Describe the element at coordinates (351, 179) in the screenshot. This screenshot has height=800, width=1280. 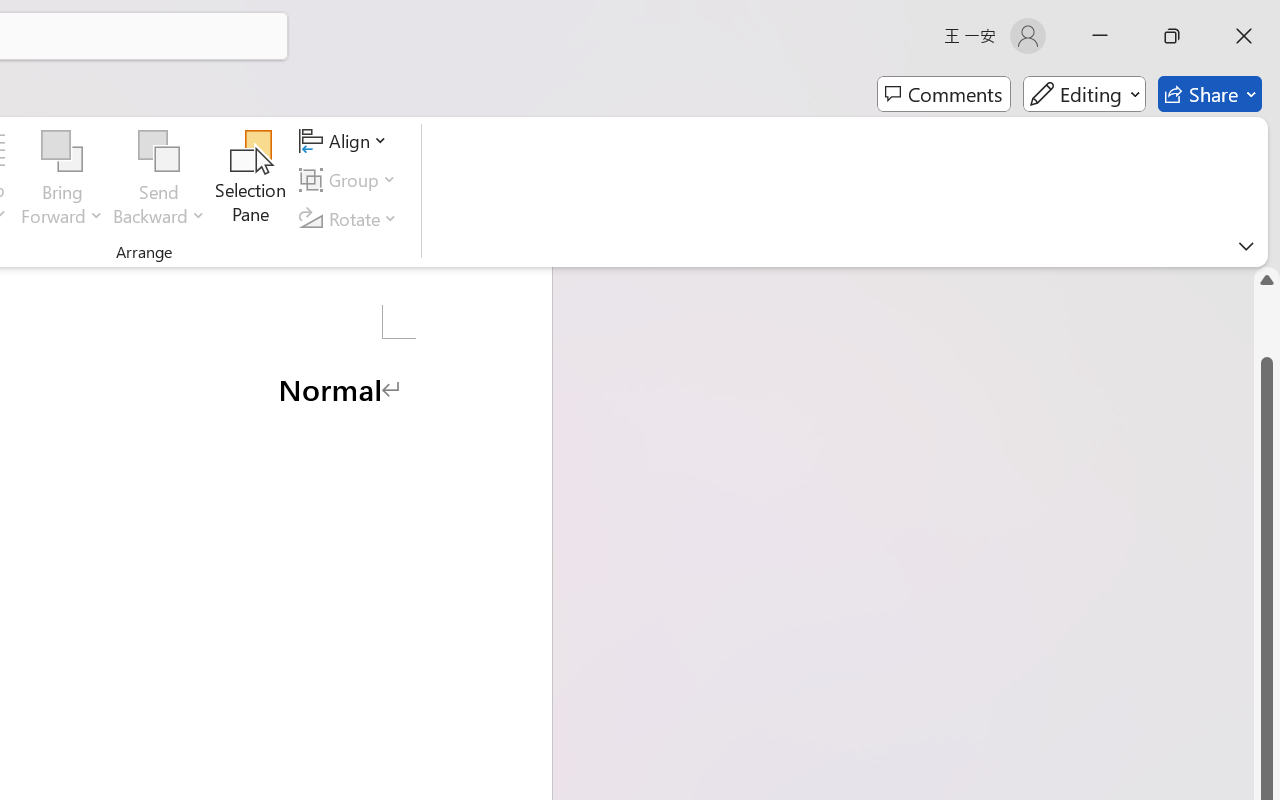
I see `'Group'` at that location.